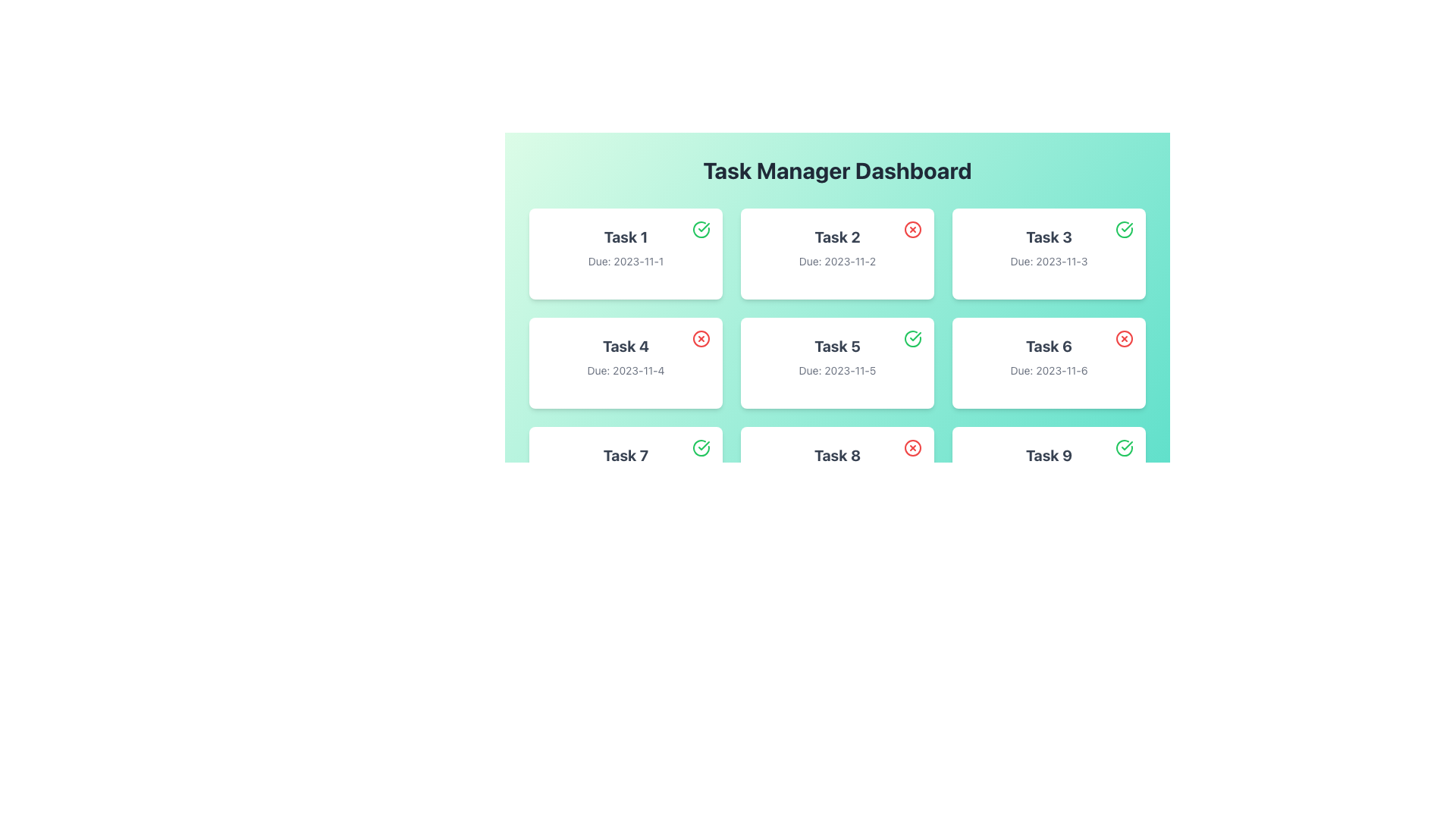 The image size is (1456, 819). Describe the element at coordinates (1125, 338) in the screenshot. I see `the delete or close button located in the top-right corner of the 'Task 6' card` at that location.